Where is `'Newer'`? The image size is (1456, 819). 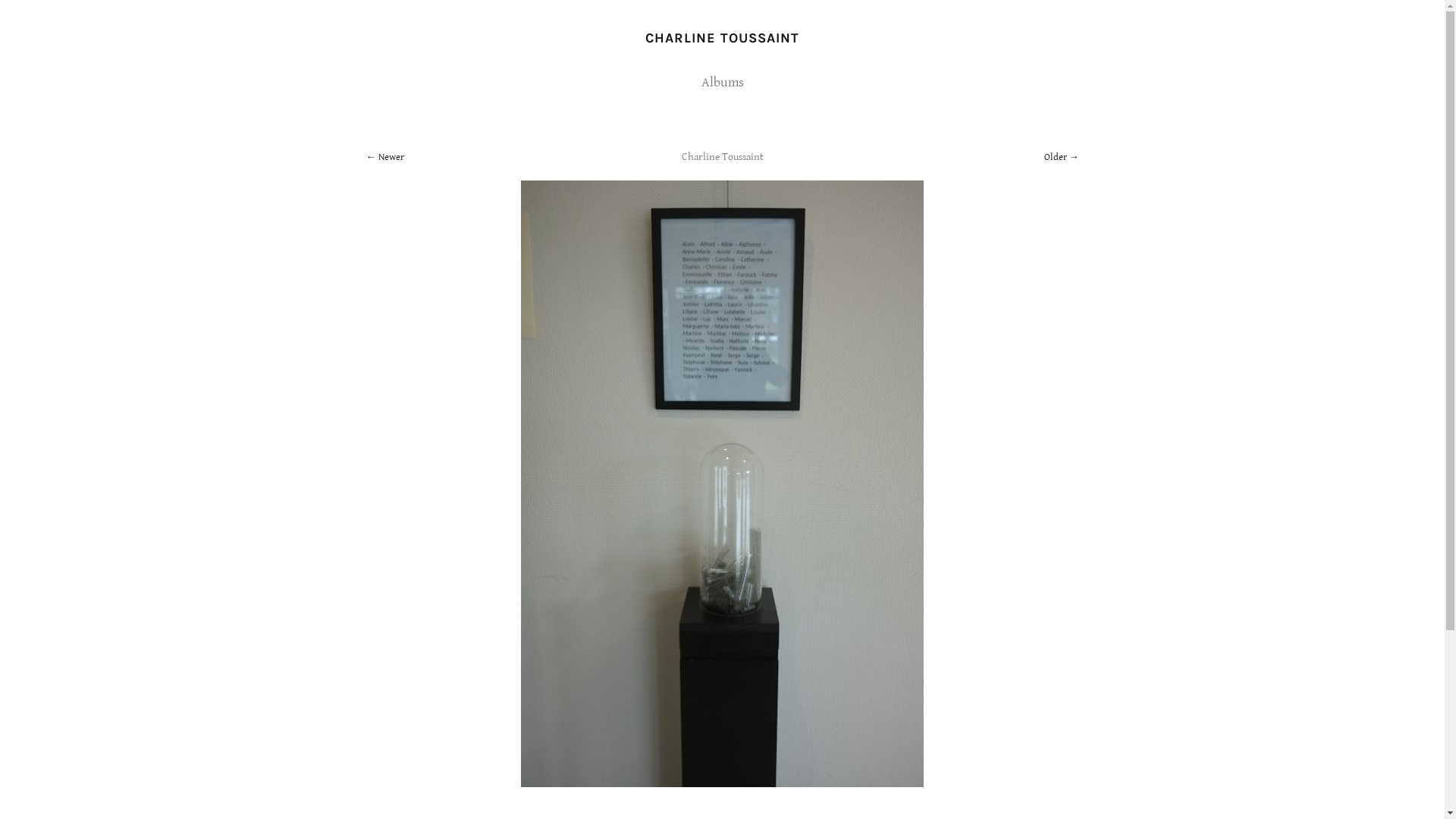
'Newer' is located at coordinates (384, 157).